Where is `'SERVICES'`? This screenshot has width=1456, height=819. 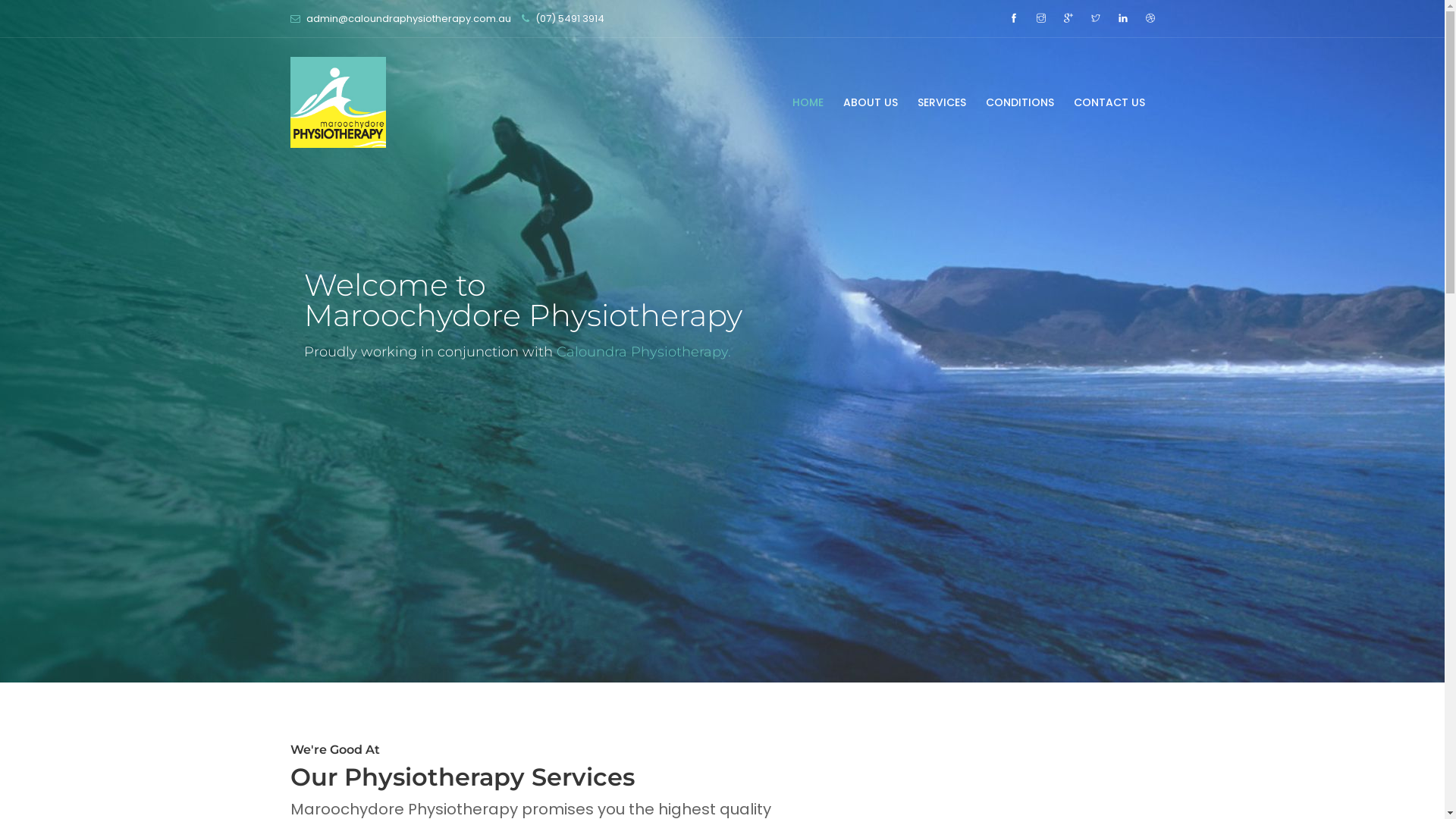
'SERVICES' is located at coordinates (906, 102).